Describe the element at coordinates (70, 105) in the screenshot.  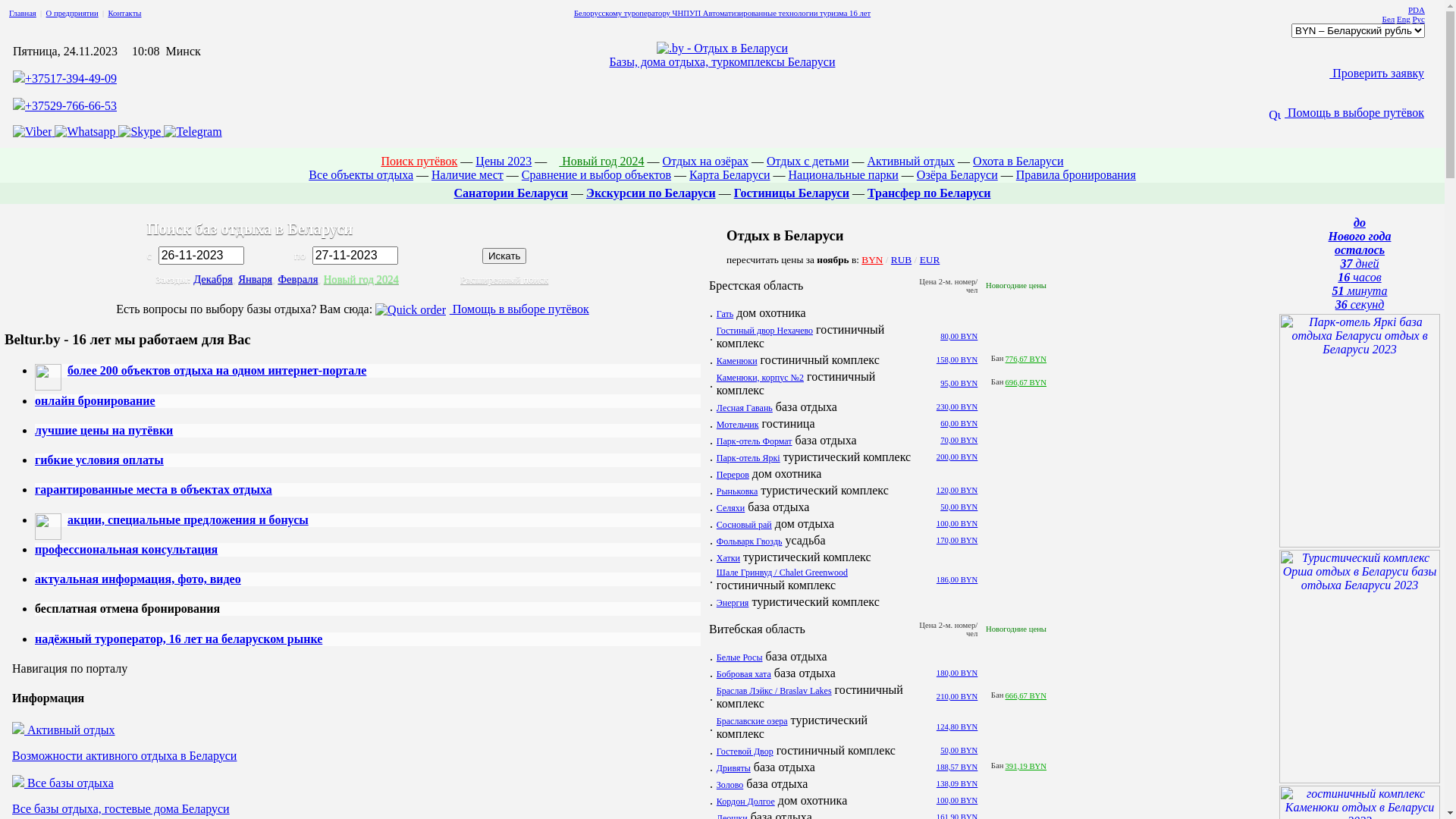
I see `'+37529-766-66-53'` at that location.